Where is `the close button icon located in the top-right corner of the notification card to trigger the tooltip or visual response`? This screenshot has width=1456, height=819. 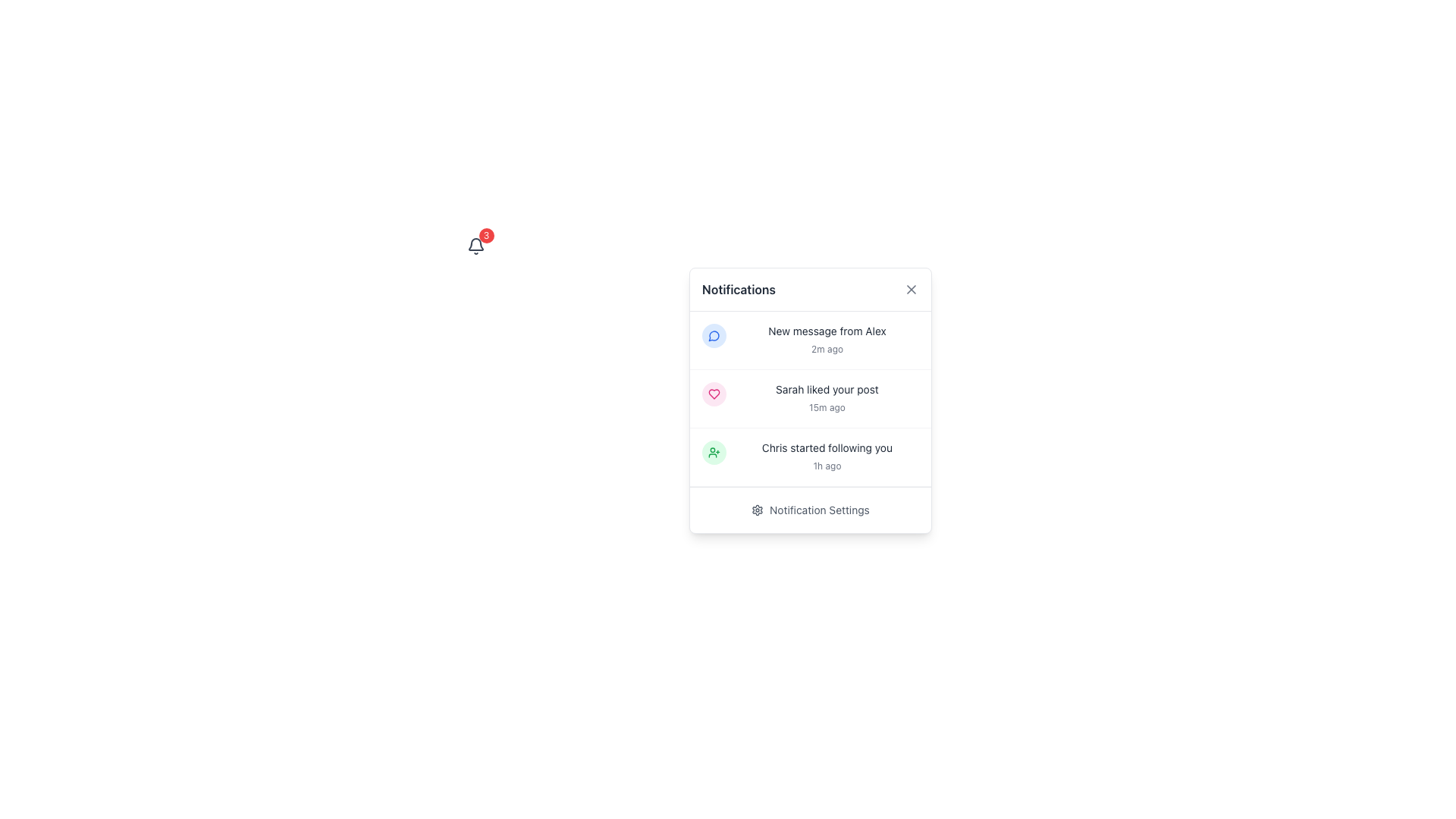 the close button icon located in the top-right corner of the notification card to trigger the tooltip or visual response is located at coordinates (910, 289).